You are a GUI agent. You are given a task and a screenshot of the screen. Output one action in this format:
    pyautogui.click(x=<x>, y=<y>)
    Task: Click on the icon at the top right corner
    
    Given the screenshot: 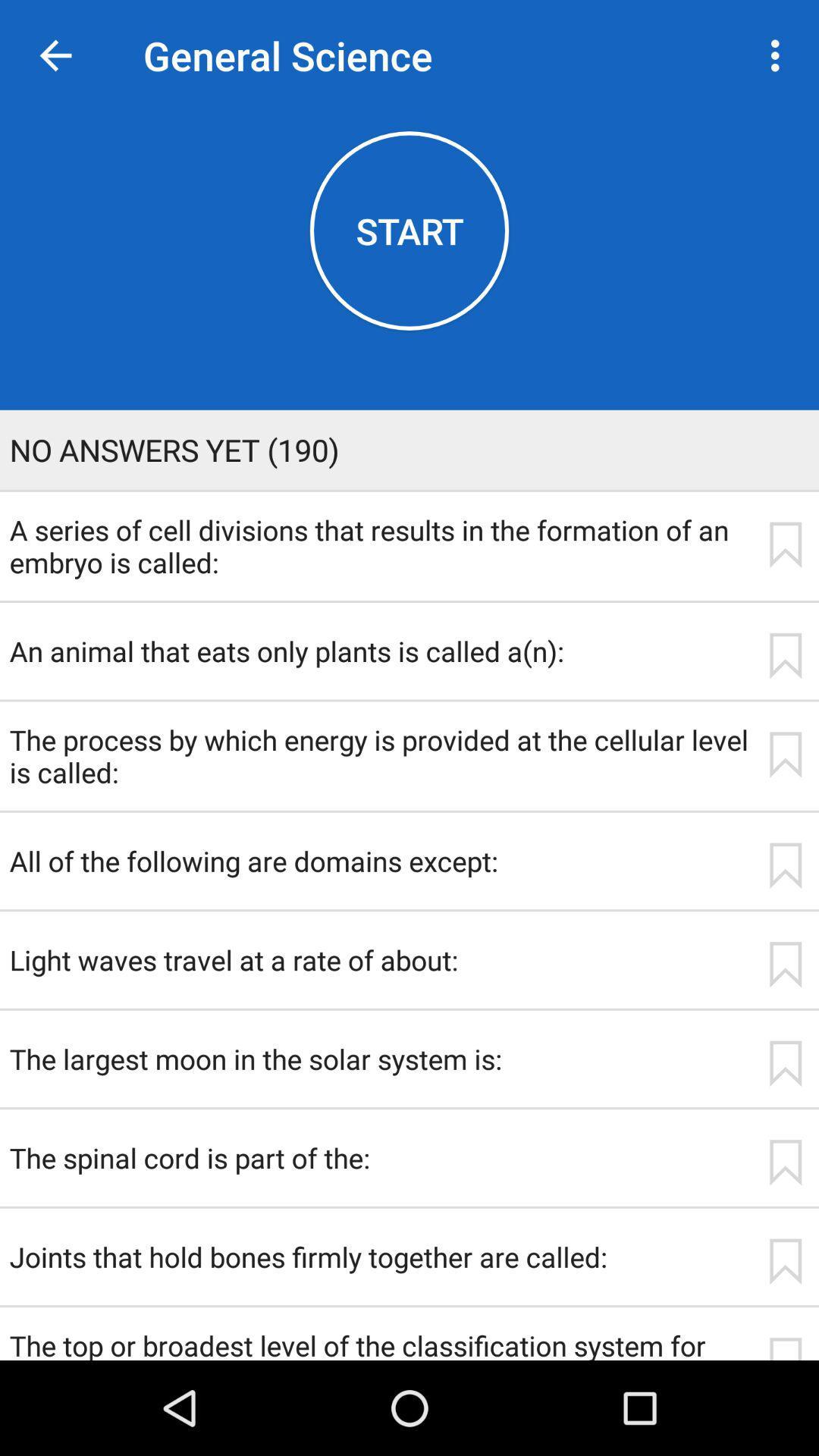 What is the action you would take?
    pyautogui.click(x=779, y=55)
    